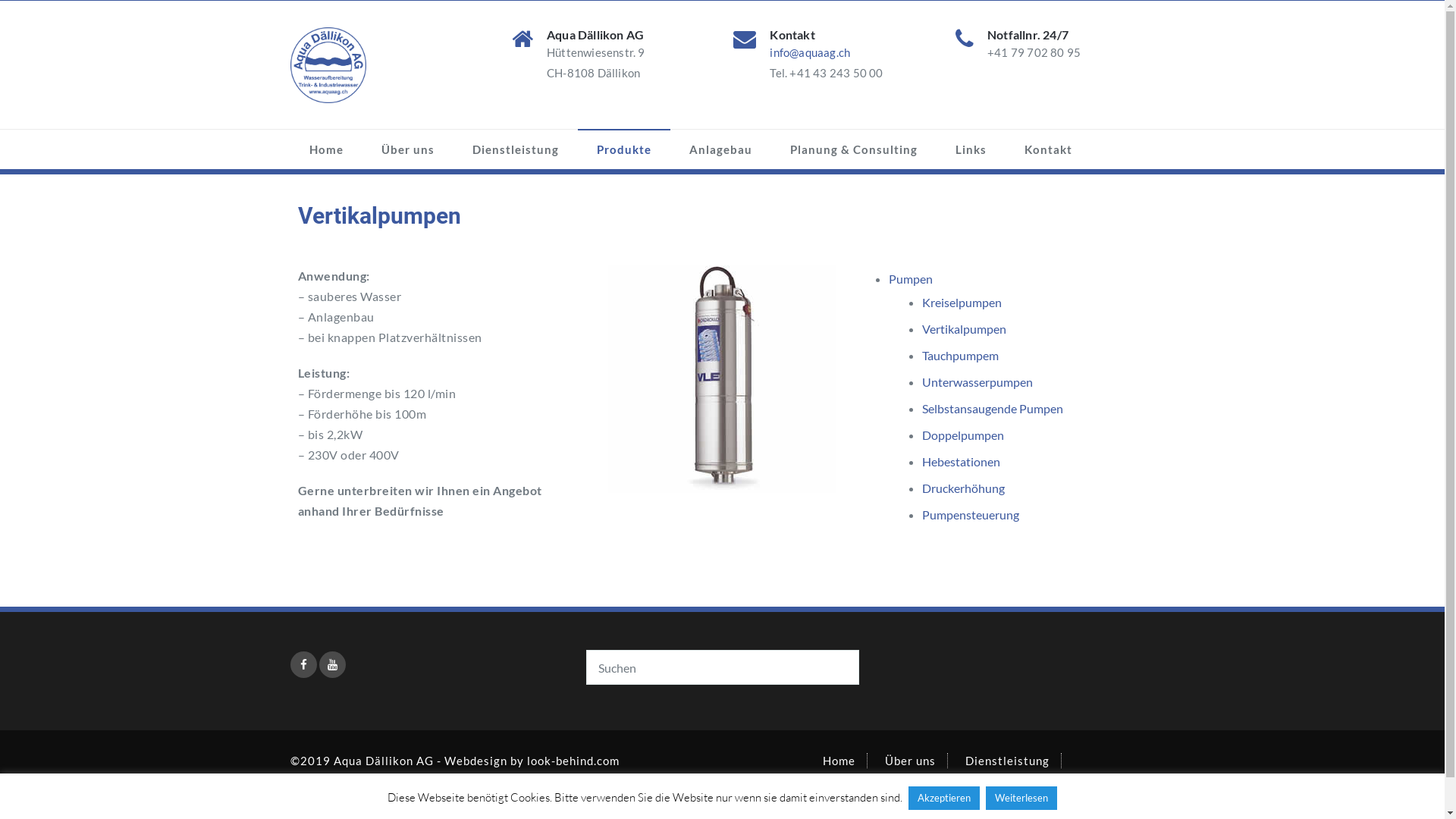  Describe the element at coordinates (1054, 789) in the screenshot. I see `'Planung & Consulting'` at that location.